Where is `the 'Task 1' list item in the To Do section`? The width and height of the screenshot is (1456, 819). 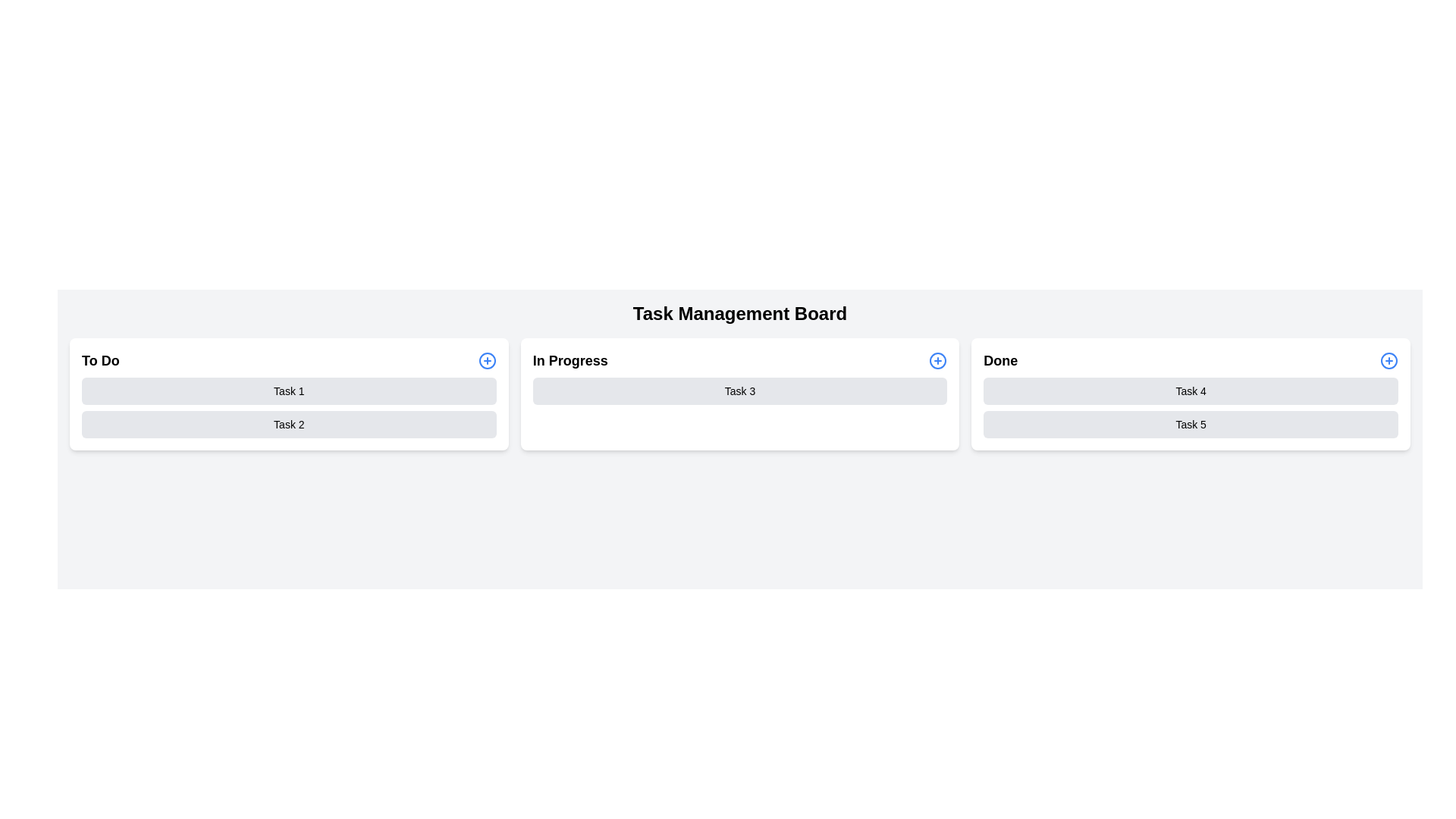 the 'Task 1' list item in the To Do section is located at coordinates (289, 391).